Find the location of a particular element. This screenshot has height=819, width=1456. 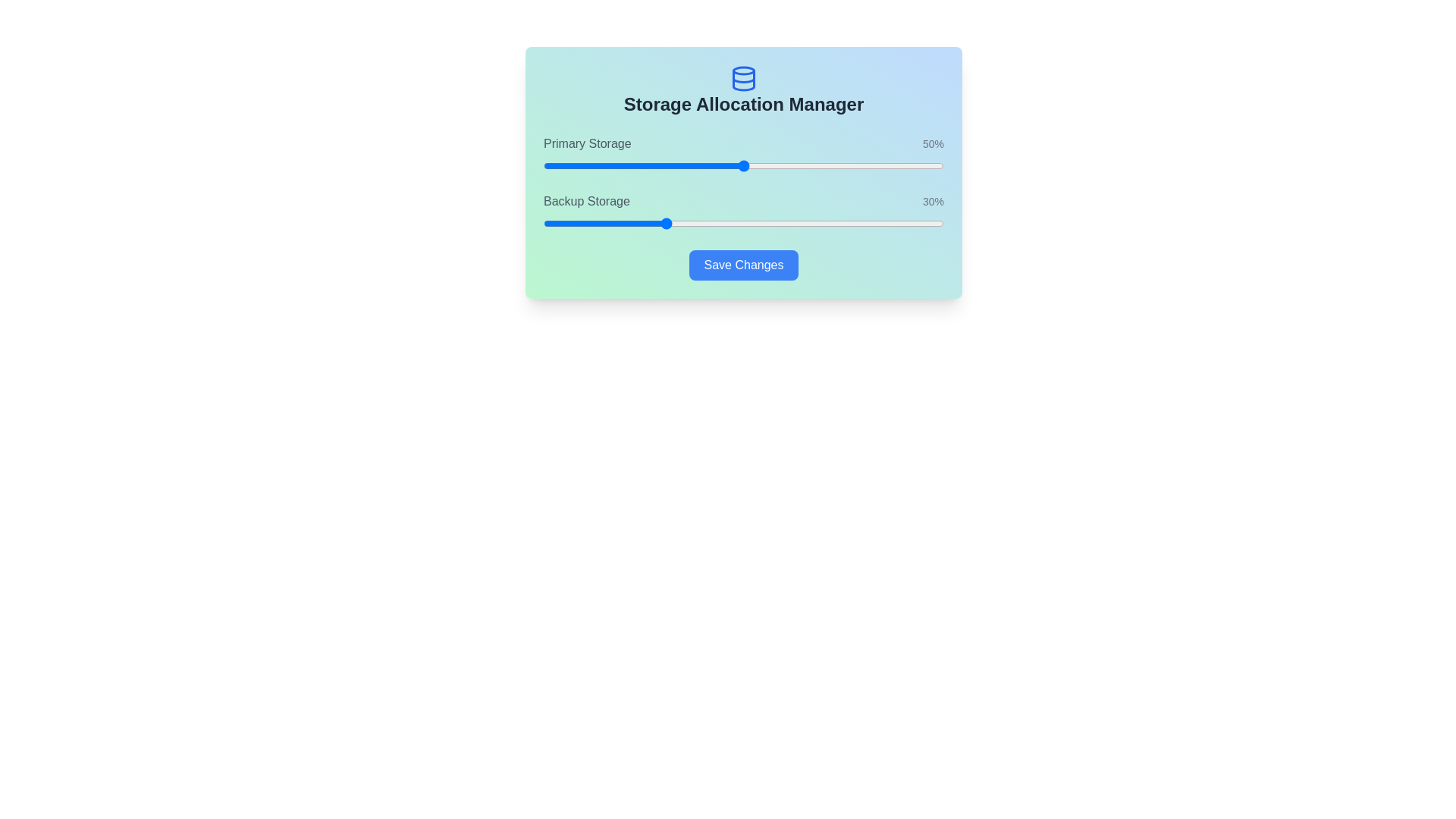

the Backup Storage slider to 5% is located at coordinates (563, 223).